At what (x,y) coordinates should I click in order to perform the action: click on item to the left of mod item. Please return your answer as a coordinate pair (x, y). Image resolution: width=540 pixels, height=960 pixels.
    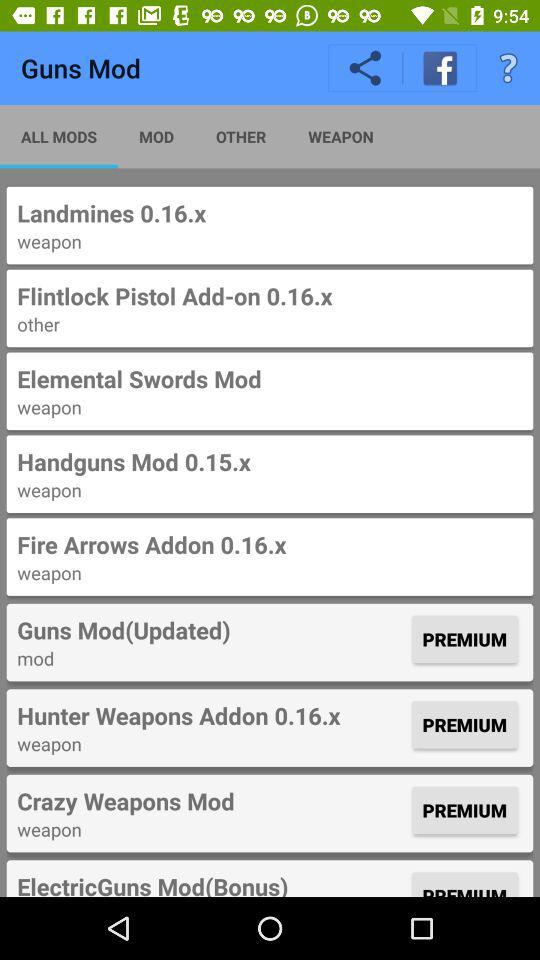
    Looking at the image, I should click on (59, 135).